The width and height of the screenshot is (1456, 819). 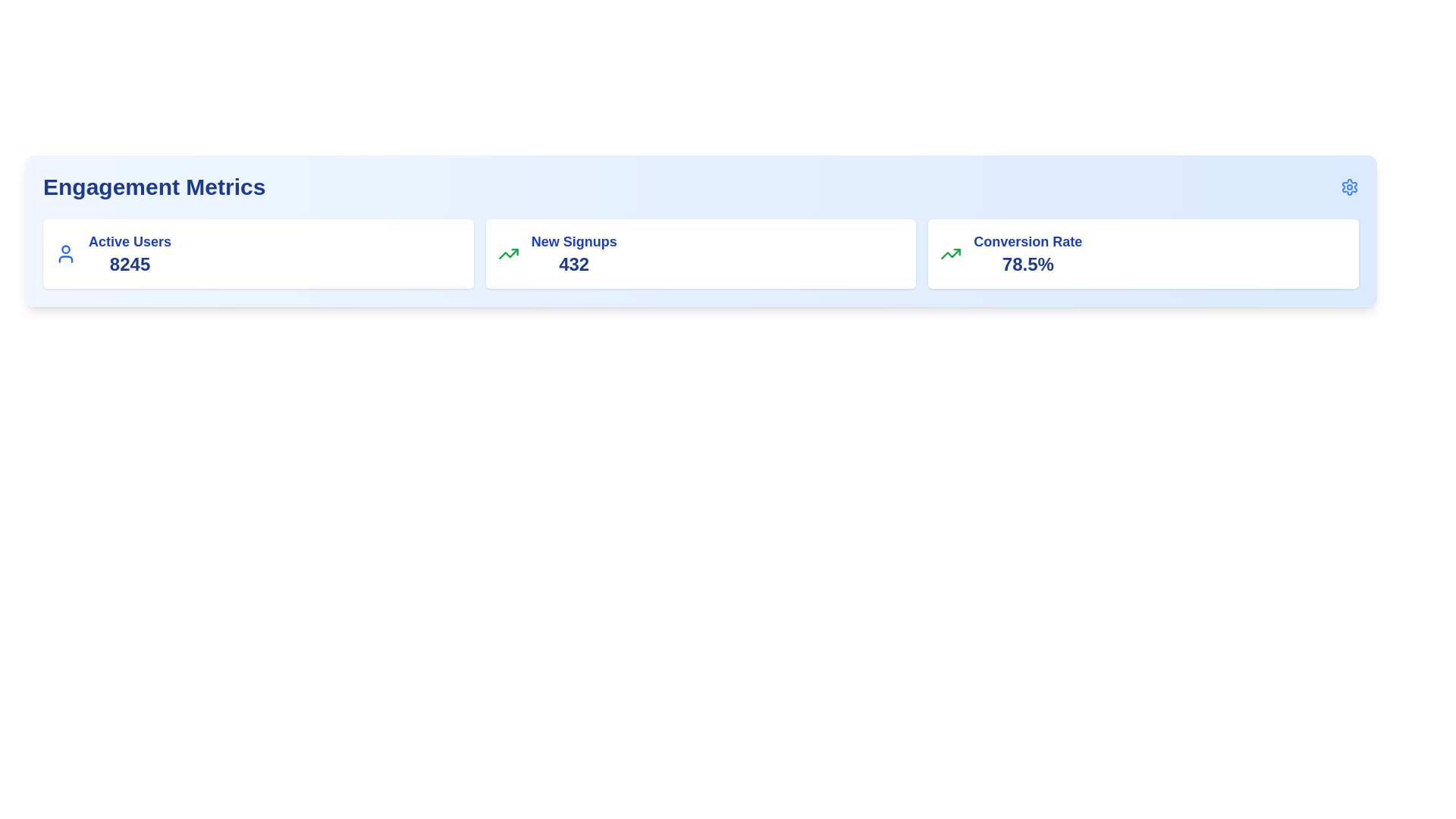 What do you see at coordinates (508, 253) in the screenshot?
I see `the upward-trending green arrow icon located in the upper-left corner of the card displaying user metrics, adjacent to the text 'New Signups 432'` at bounding box center [508, 253].